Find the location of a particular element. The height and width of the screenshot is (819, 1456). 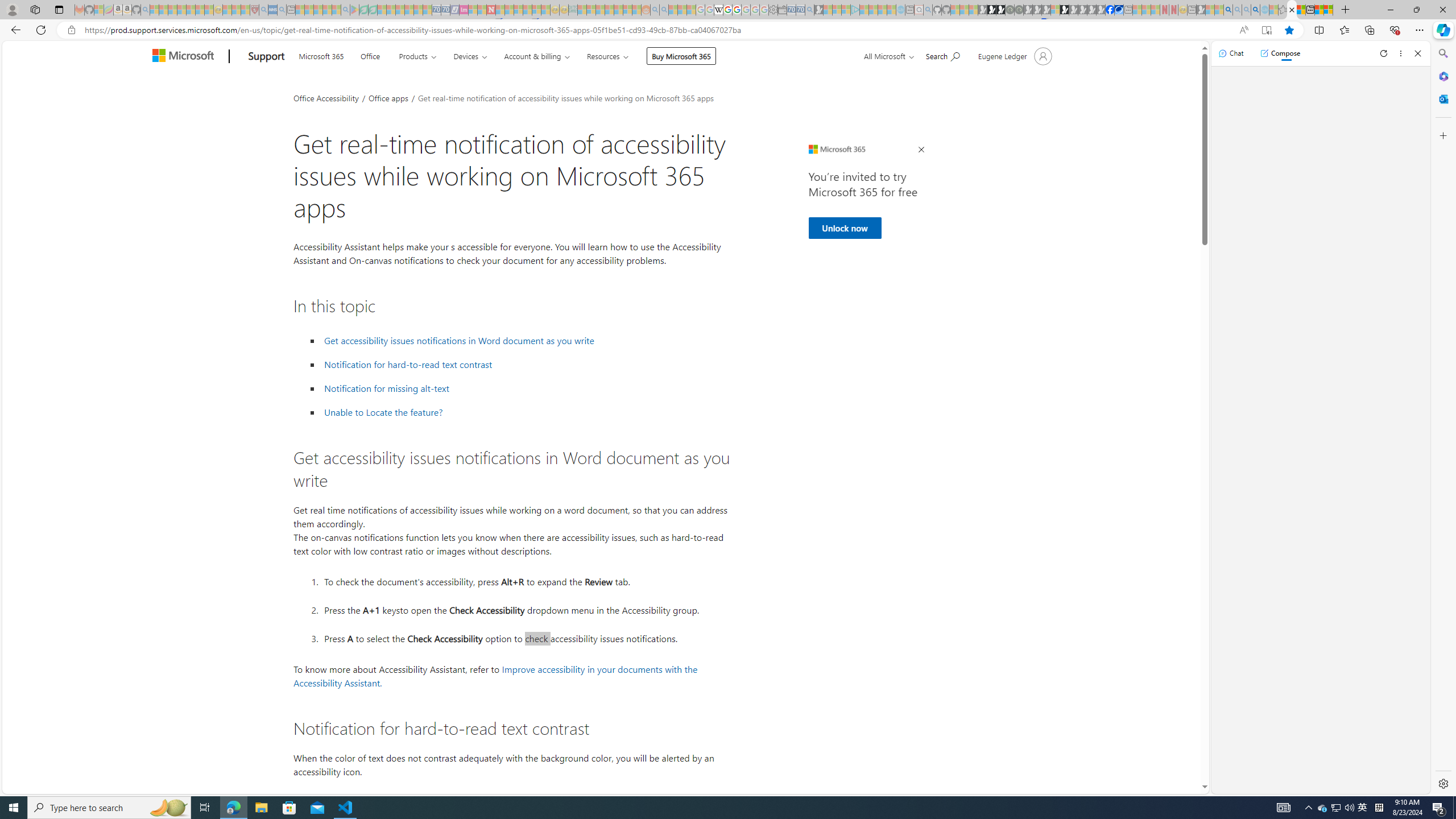

'AirNow.gov' is located at coordinates (1118, 9).